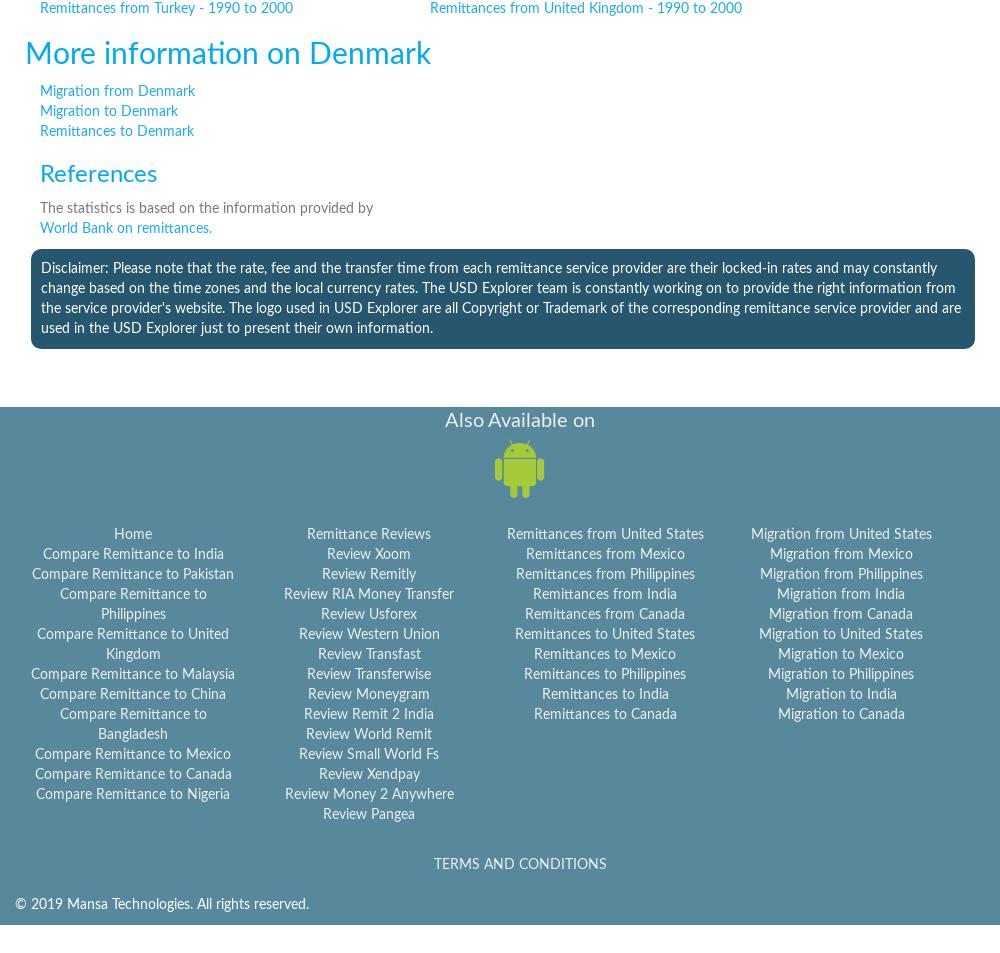  What do you see at coordinates (132, 725) in the screenshot?
I see `'Compare Remittance to Bangladesh'` at bounding box center [132, 725].